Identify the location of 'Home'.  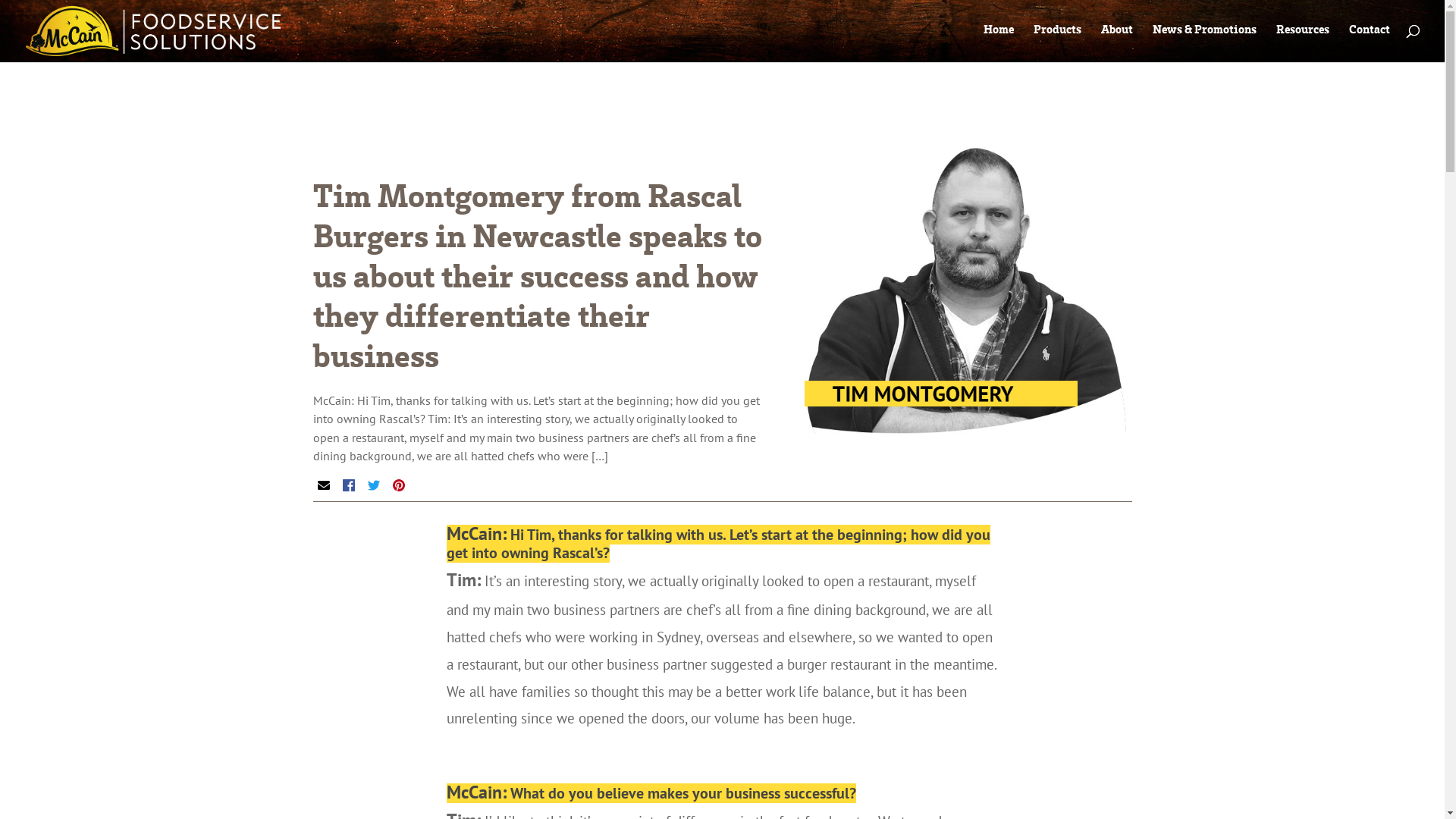
(998, 32).